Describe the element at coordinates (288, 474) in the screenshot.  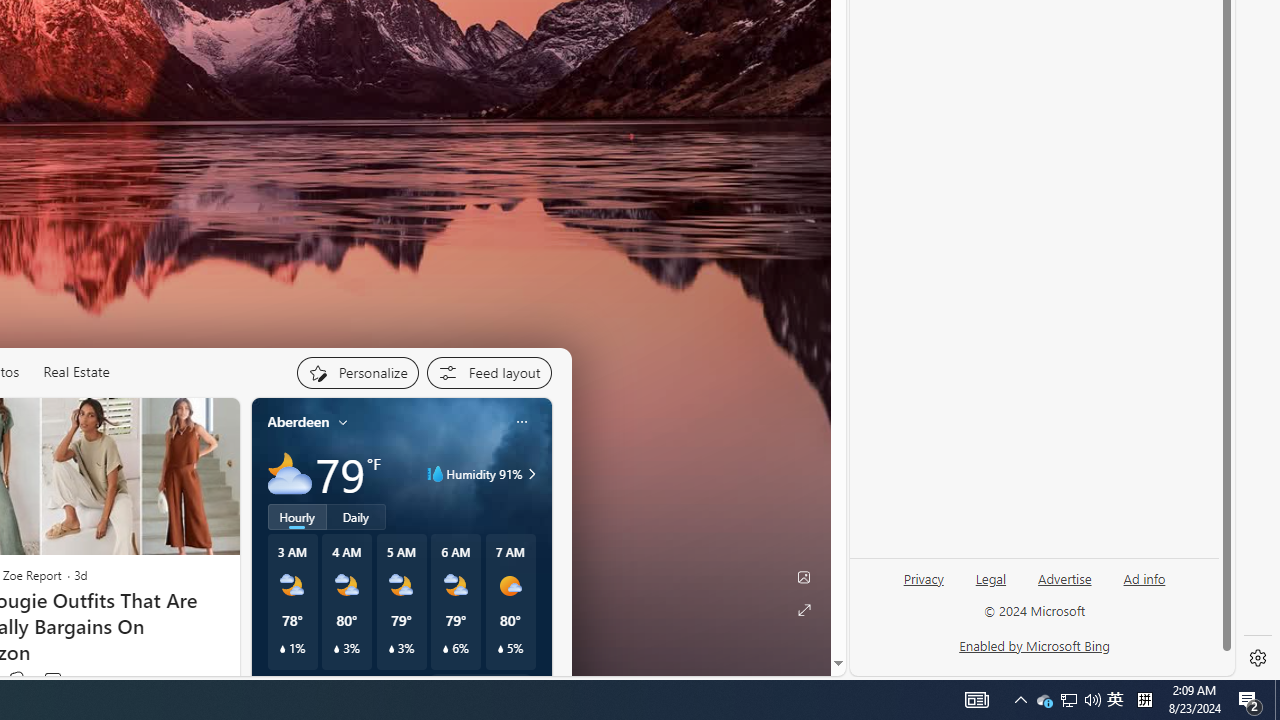
I see `'Mostly cloudy'` at that location.